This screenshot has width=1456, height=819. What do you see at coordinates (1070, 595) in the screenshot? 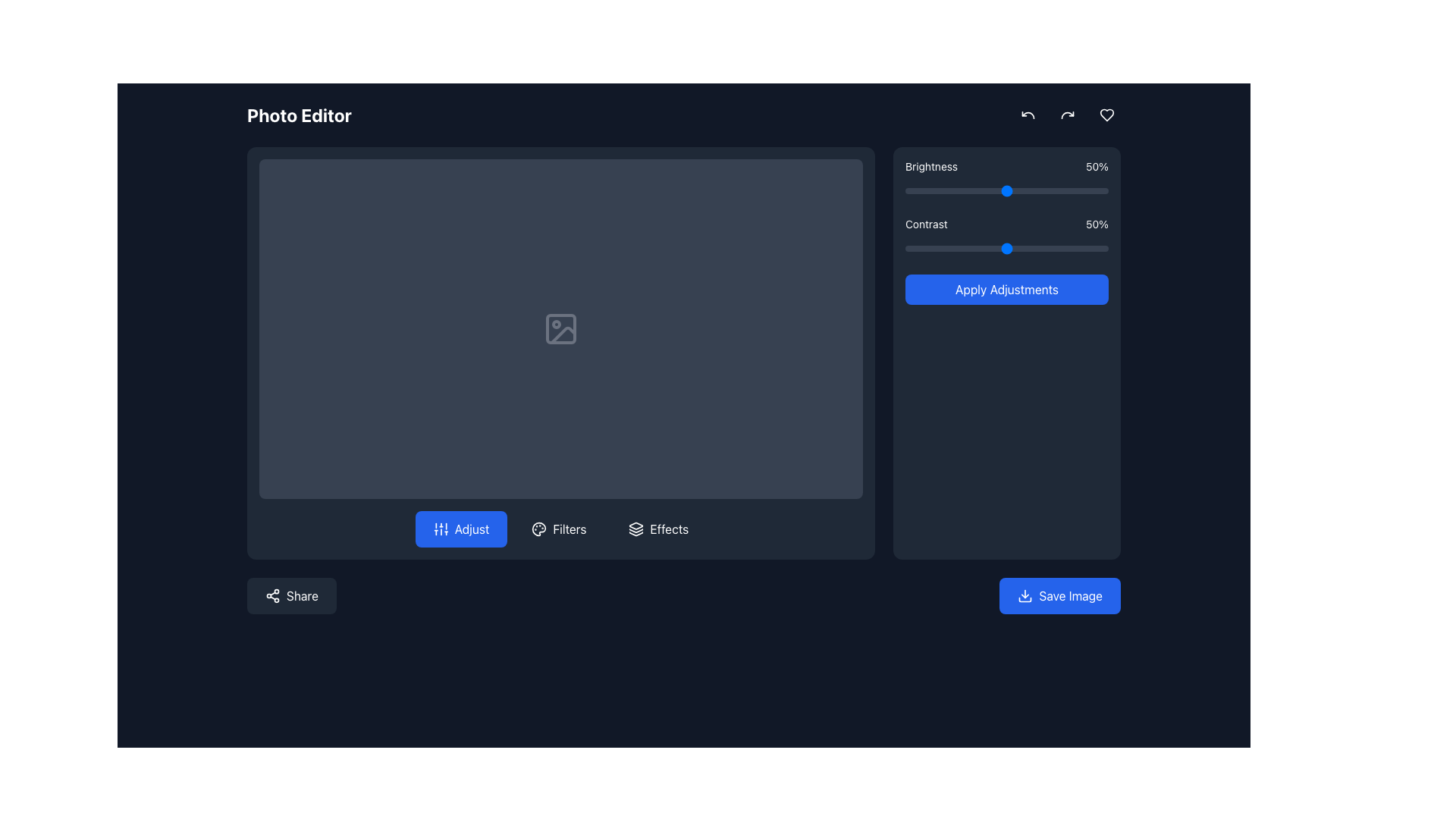
I see `the 'Save Image' text label on the bright blue button located at the bottom-right corner of the interface` at bounding box center [1070, 595].